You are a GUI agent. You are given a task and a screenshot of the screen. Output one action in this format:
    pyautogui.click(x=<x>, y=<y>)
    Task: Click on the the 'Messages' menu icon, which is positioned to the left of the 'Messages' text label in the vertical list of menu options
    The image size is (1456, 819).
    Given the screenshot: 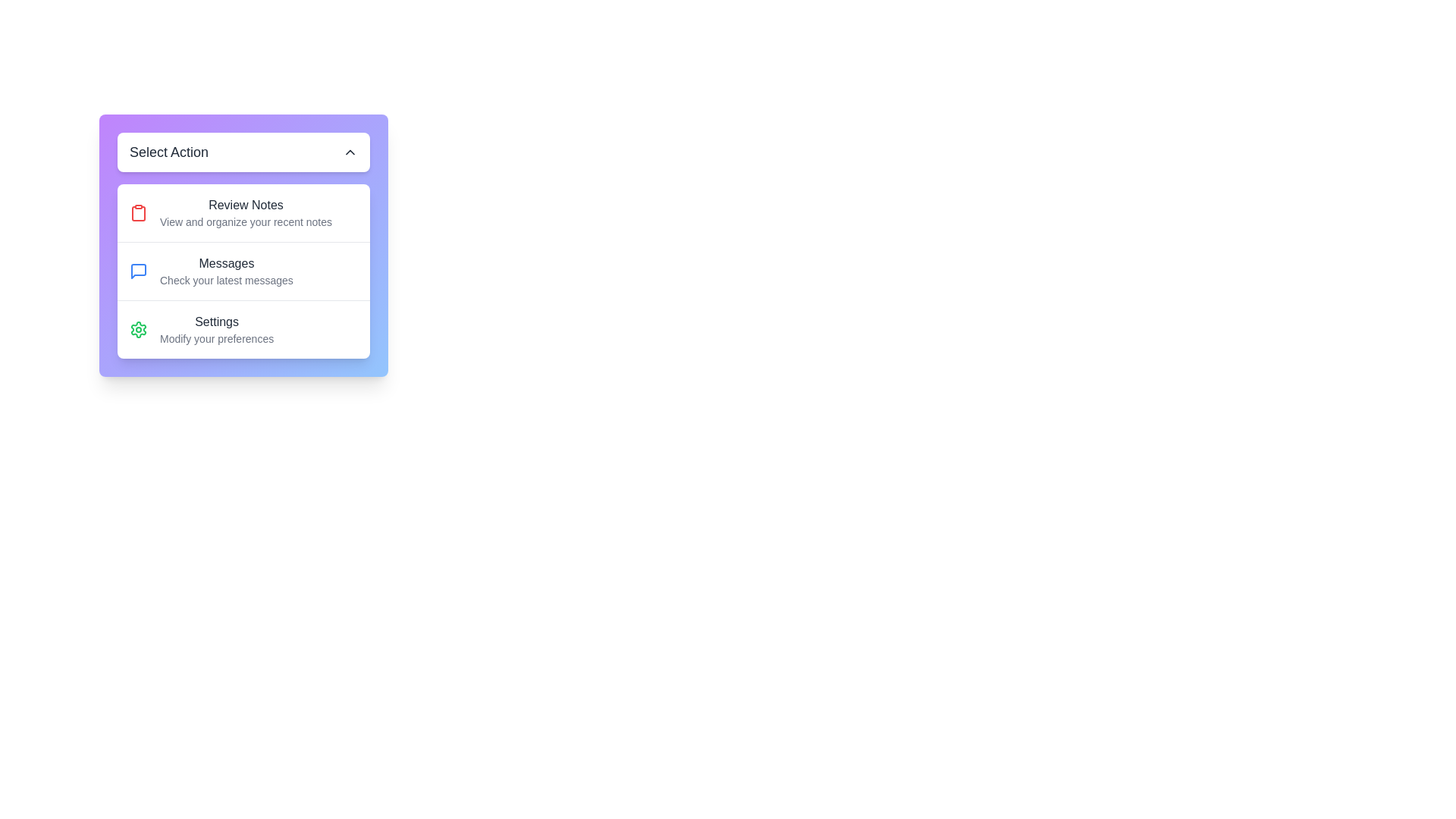 What is the action you would take?
    pyautogui.click(x=138, y=271)
    